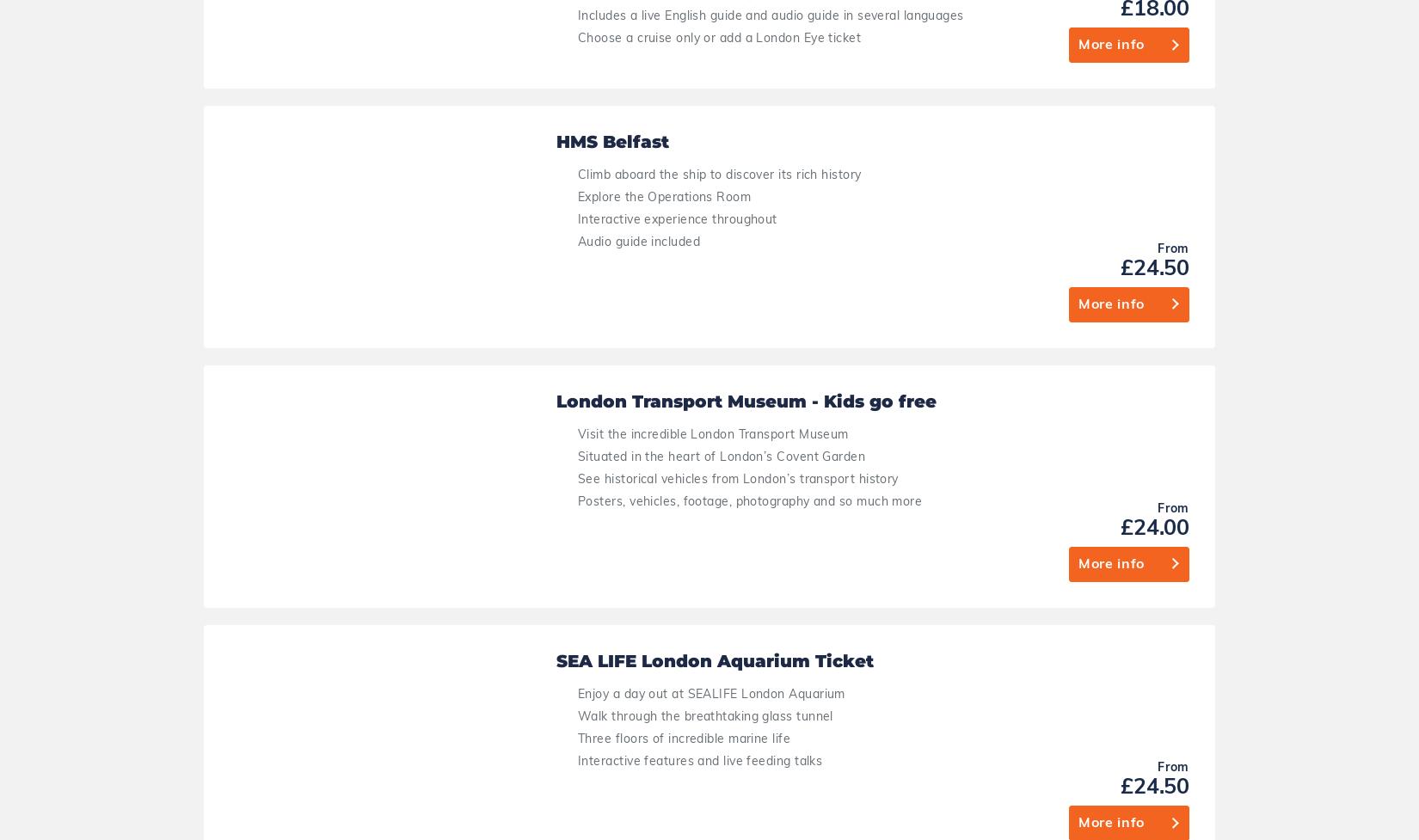 The height and width of the screenshot is (840, 1419). I want to click on 'Total Results :', so click(751, 546).